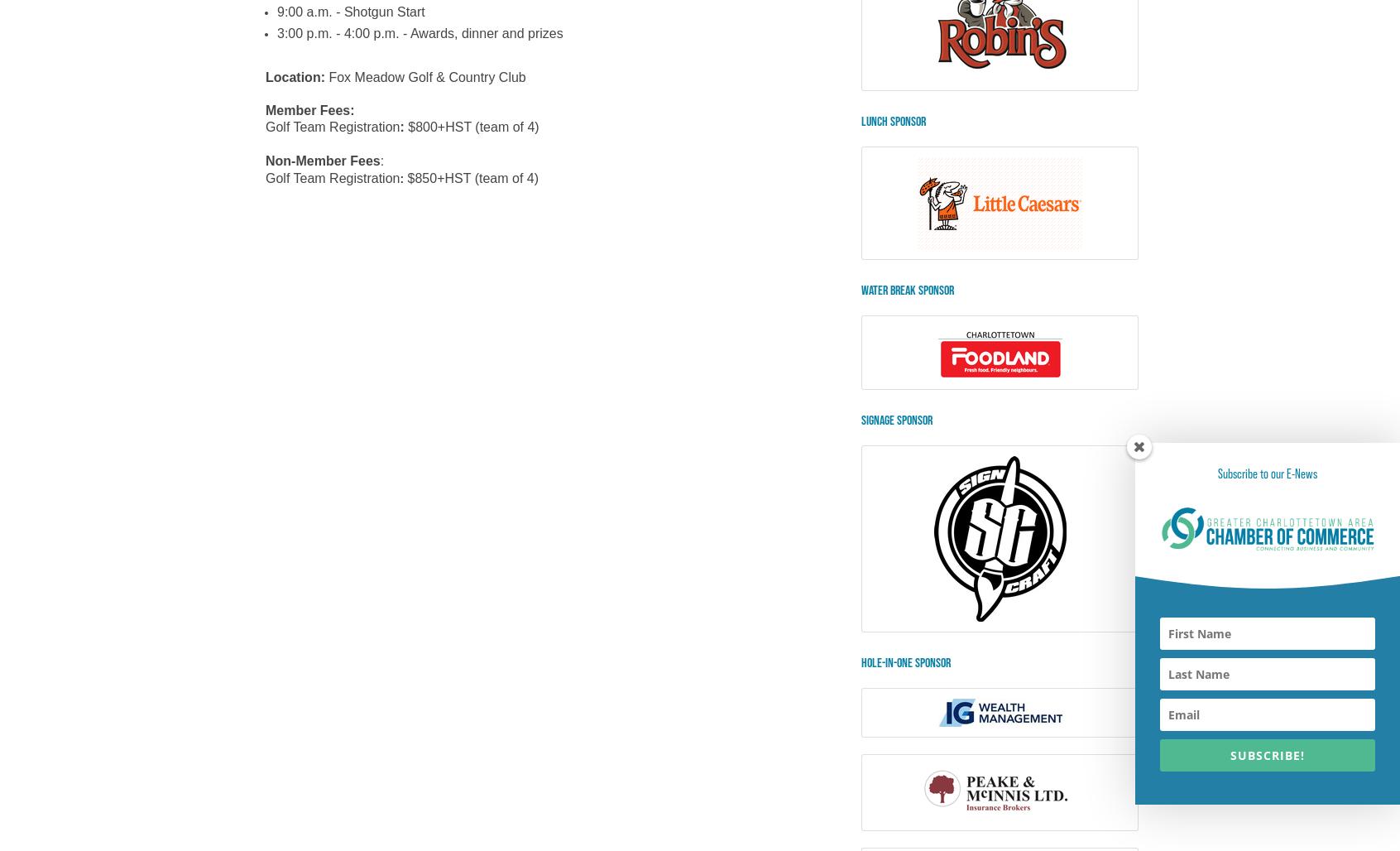 This screenshot has width=1400, height=851. Describe the element at coordinates (906, 662) in the screenshot. I see `'Hole-In-One Sponsor'` at that location.